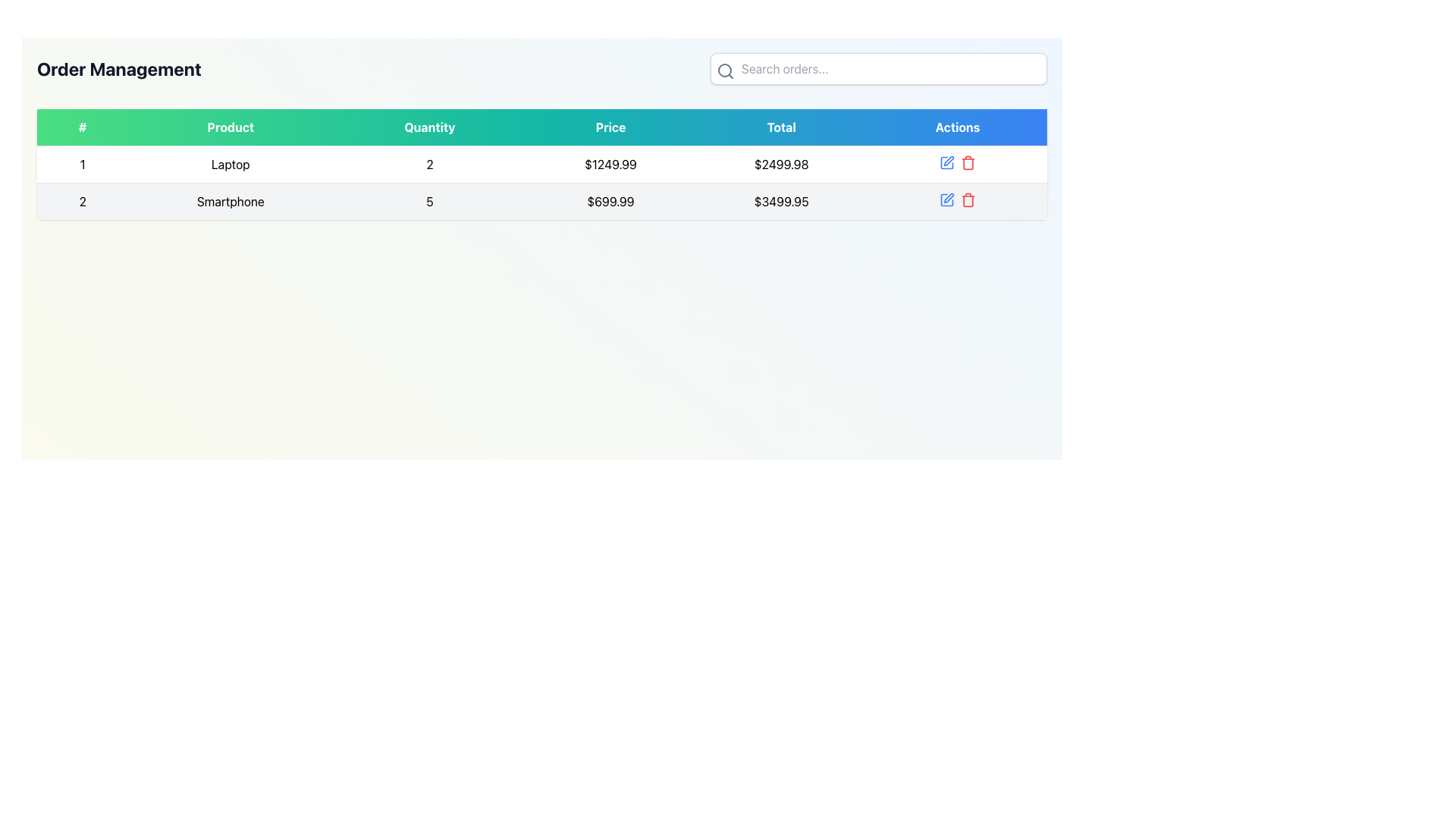 The height and width of the screenshot is (819, 1456). What do you see at coordinates (724, 71) in the screenshot?
I see `the small, circular gray magnifying glass icon located at the left side of the input field labeled 'Search orders...'` at bounding box center [724, 71].